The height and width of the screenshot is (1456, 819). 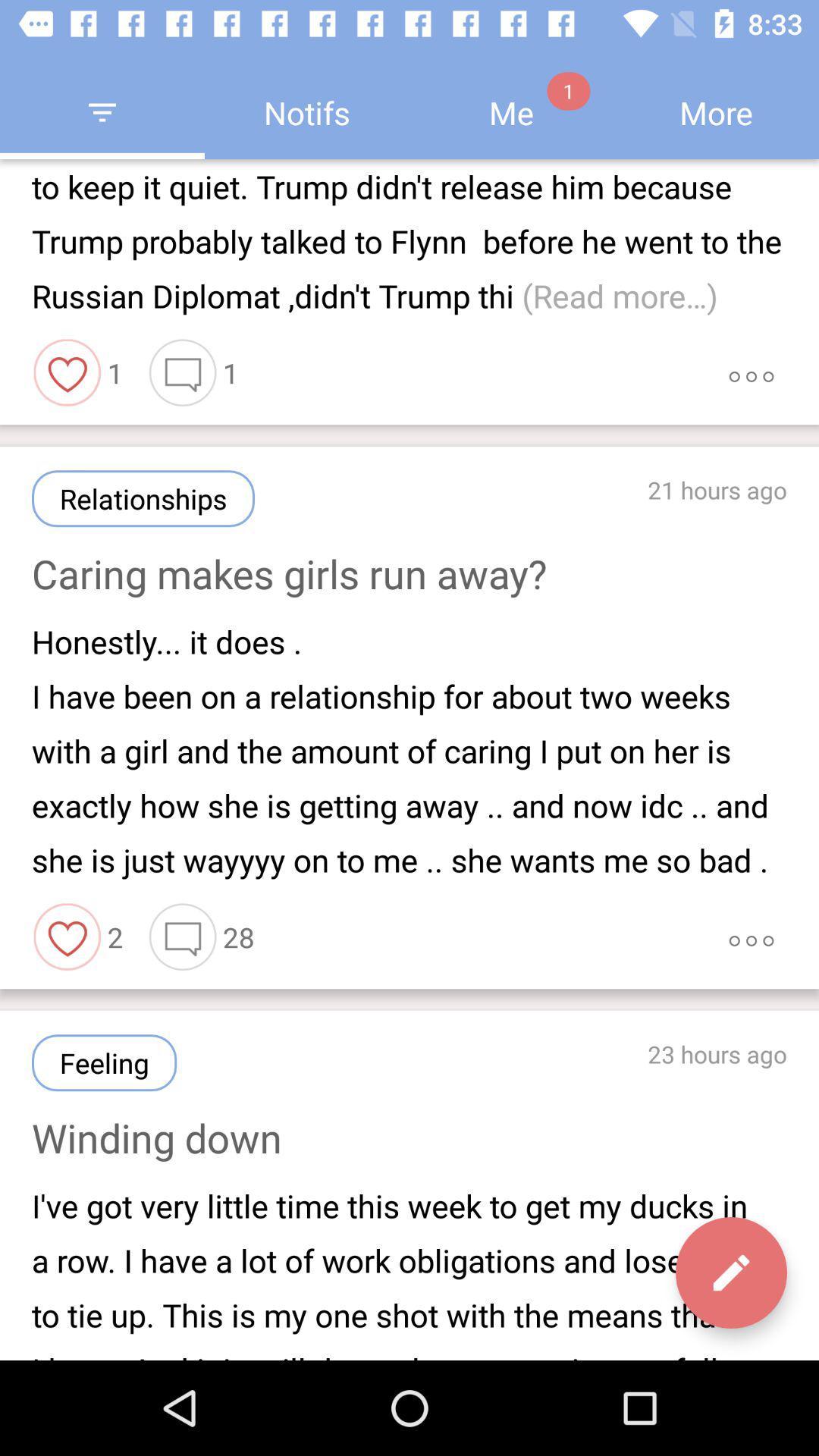 What do you see at coordinates (103, 1062) in the screenshot?
I see `feeling` at bounding box center [103, 1062].